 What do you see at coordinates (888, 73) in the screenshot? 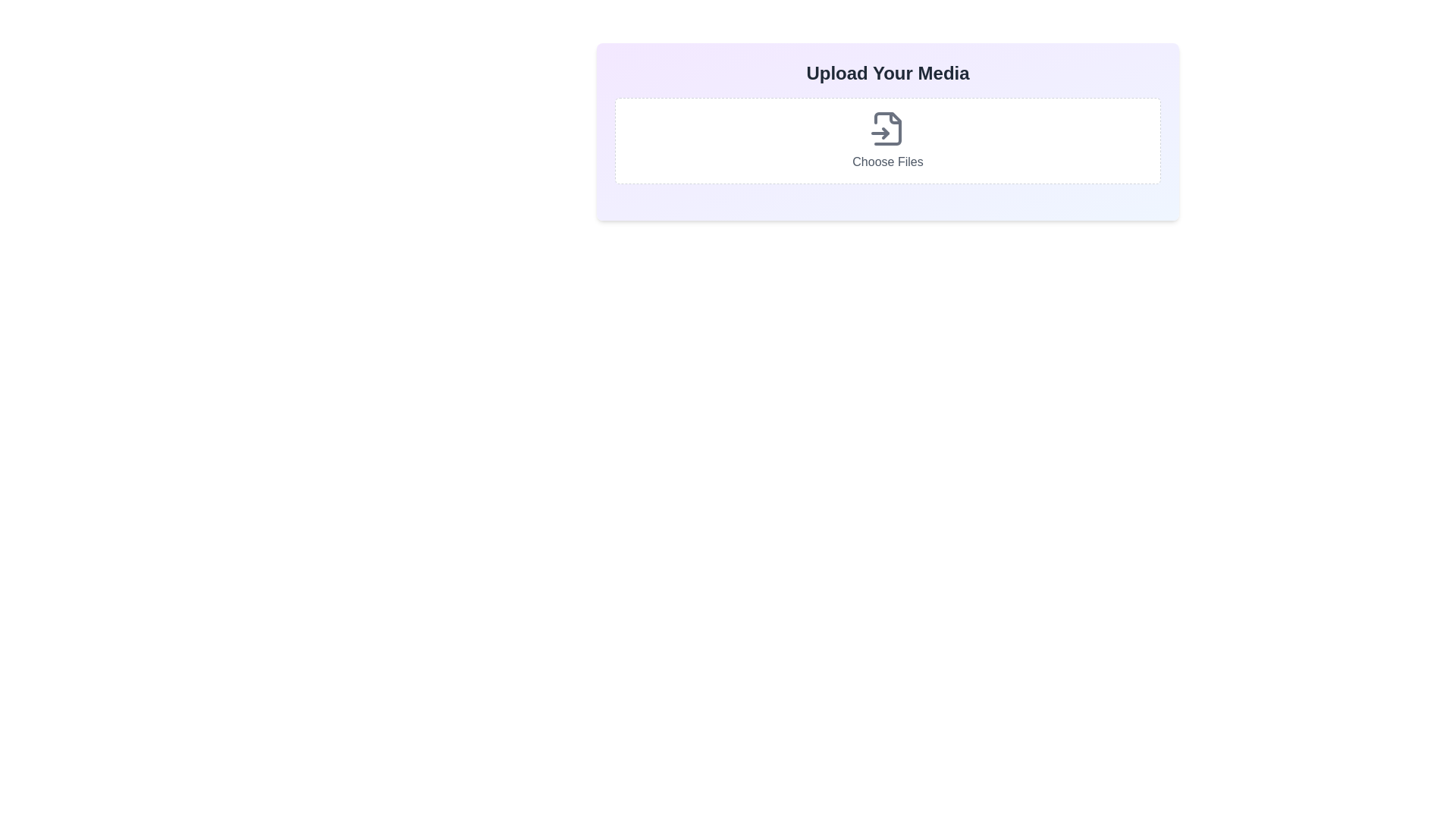
I see `the text label or heading that indicates the section for uploading media files, which is positioned above the 'Choose Files' text and icon, within a box with a light gradient background and rounded corners` at bounding box center [888, 73].